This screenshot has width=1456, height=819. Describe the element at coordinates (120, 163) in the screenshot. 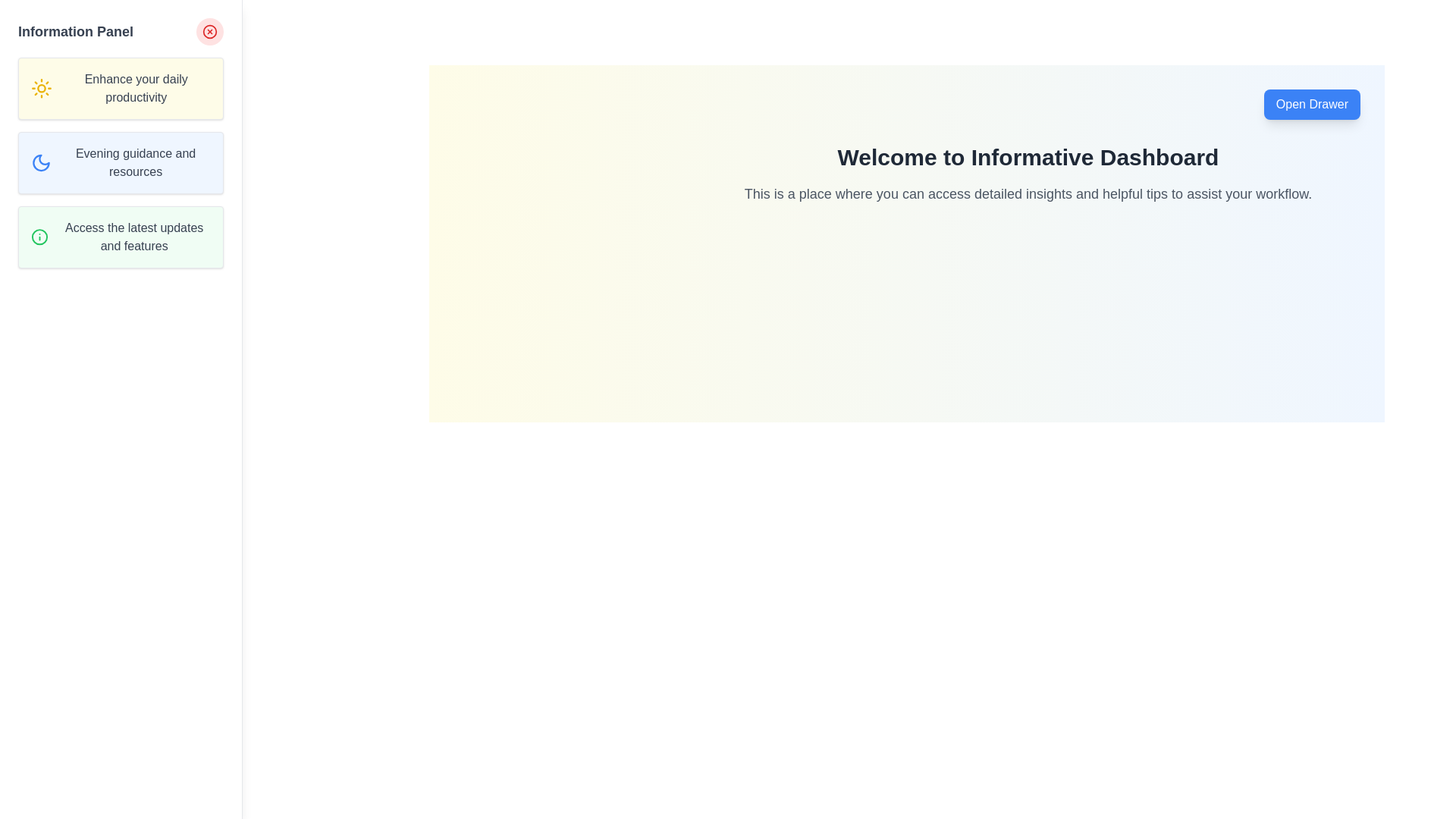

I see `the informational card titled 'Evening guidance and resources', which is the second item in a vertical list on the left panel` at that location.